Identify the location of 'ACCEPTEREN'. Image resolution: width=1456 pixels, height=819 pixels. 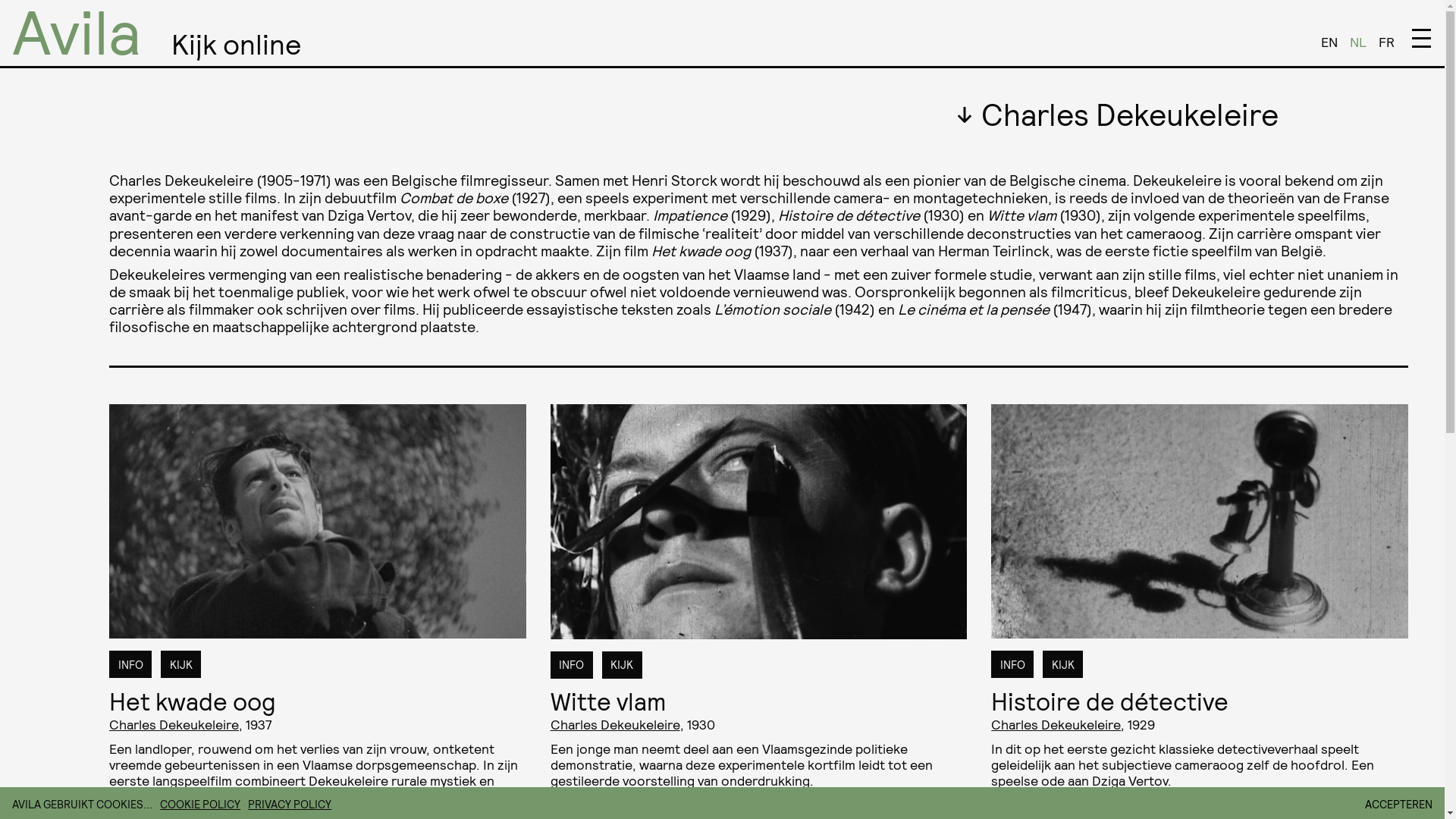
(1365, 803).